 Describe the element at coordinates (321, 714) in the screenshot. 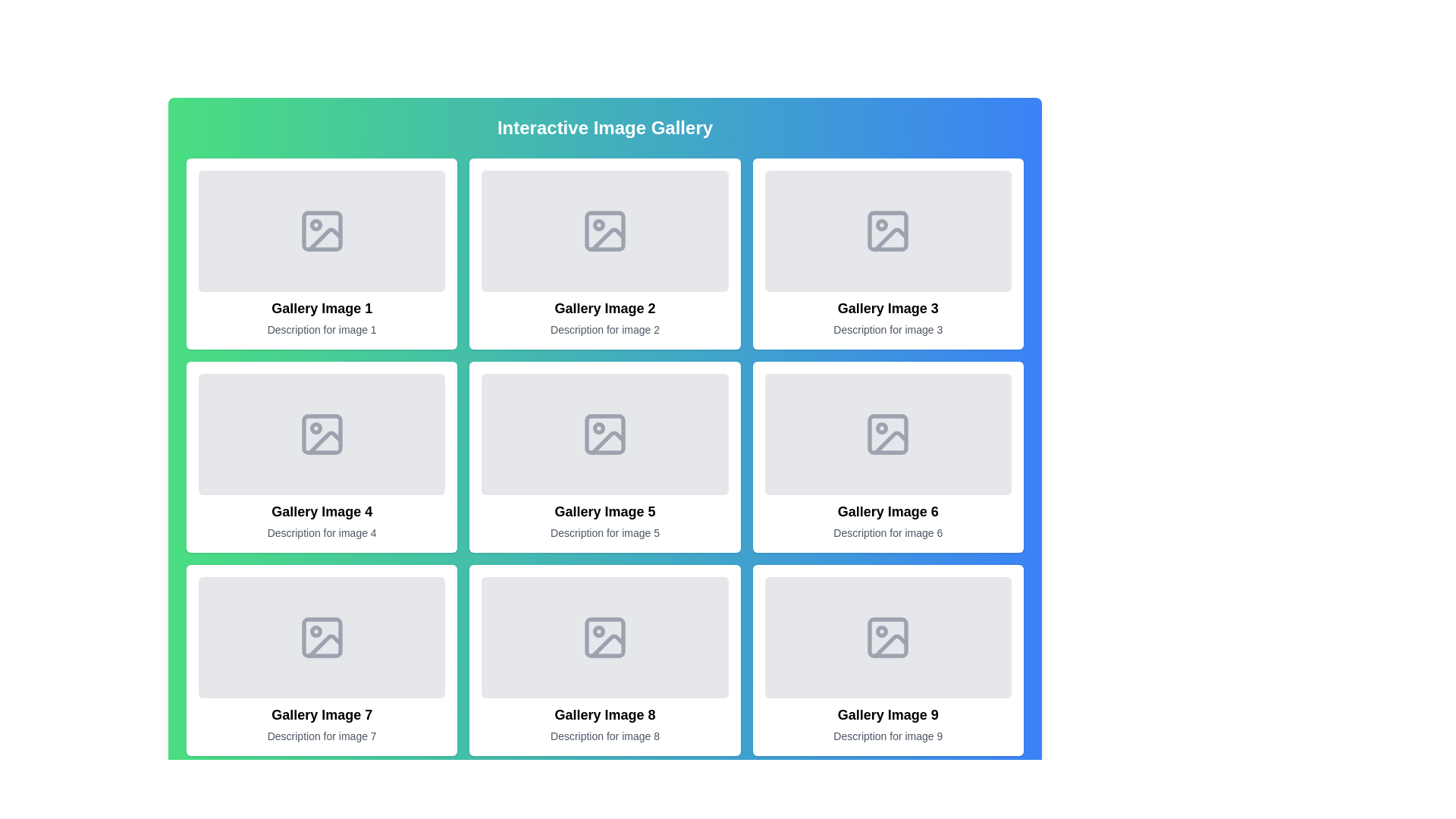

I see `text label that serves as the title for the image card, located in the third row and first column of a 3x3 grid layout` at that location.